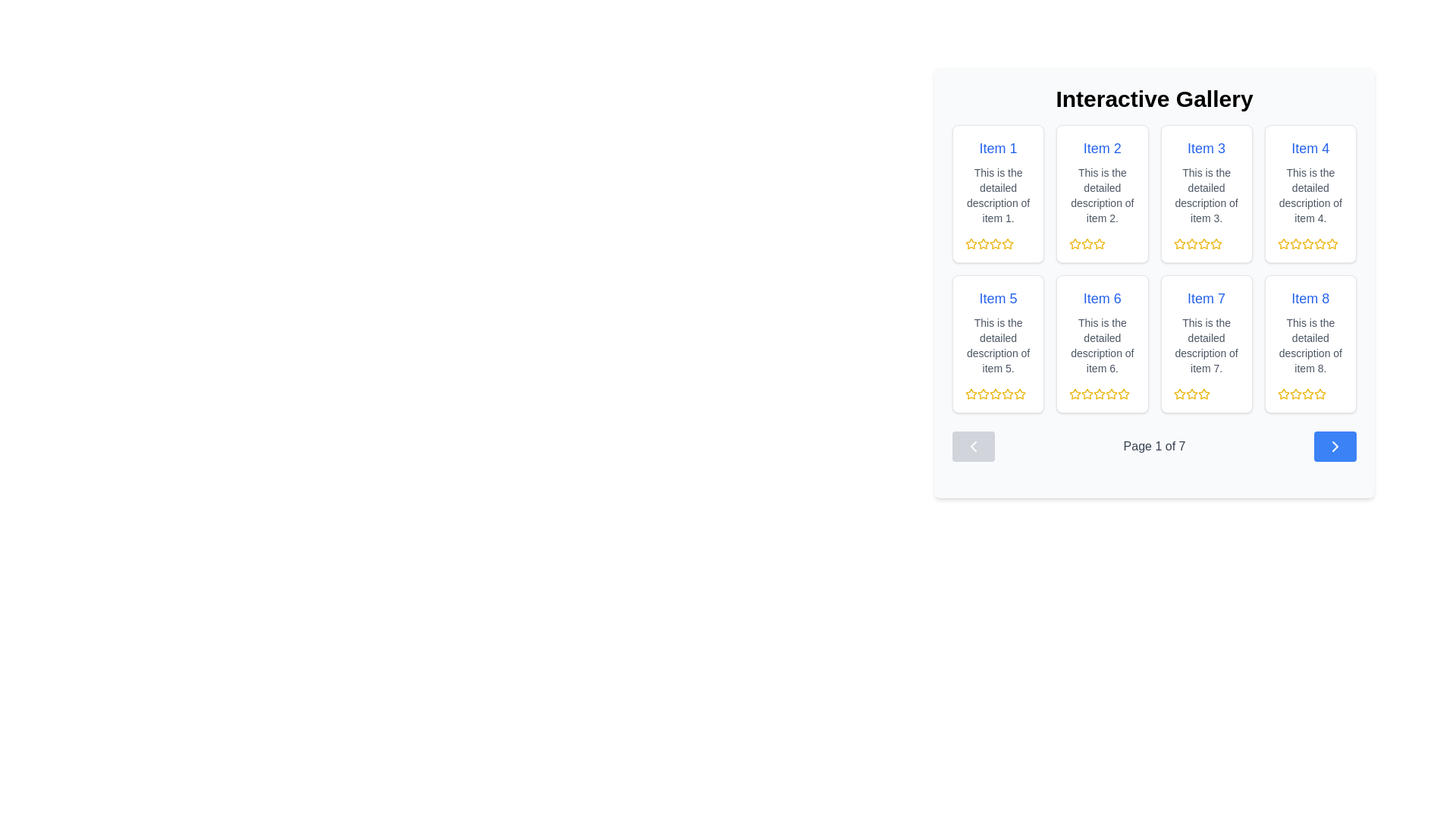  I want to click on the fourth interactive star icon in the rating component under the card labeled 'Item 4' located in the top-right corner of the grid layout to rate it, so click(1319, 243).